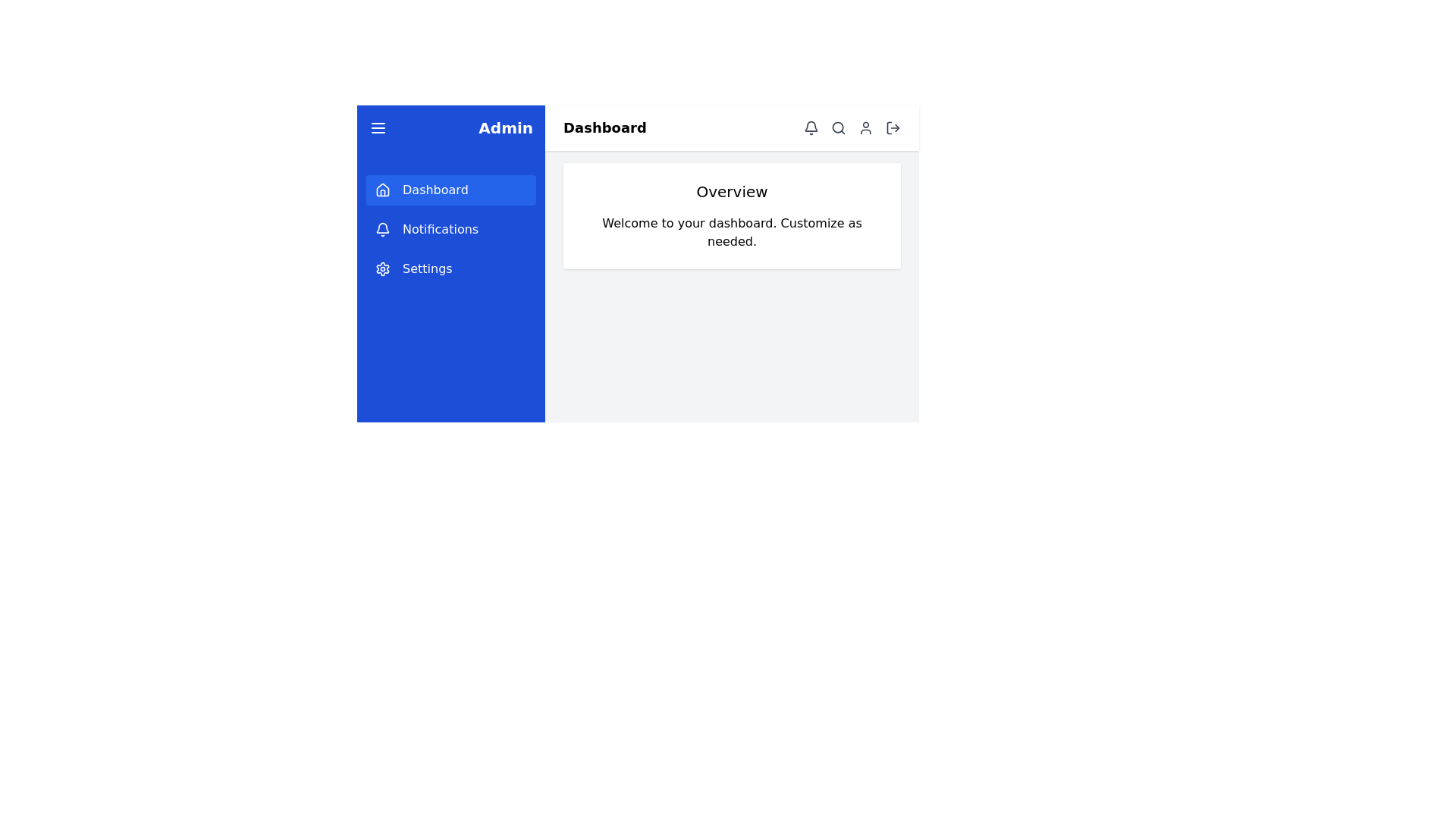 The image size is (1456, 819). What do you see at coordinates (837, 127) in the screenshot?
I see `the search icon located in the top-right corner of the toolbar` at bounding box center [837, 127].